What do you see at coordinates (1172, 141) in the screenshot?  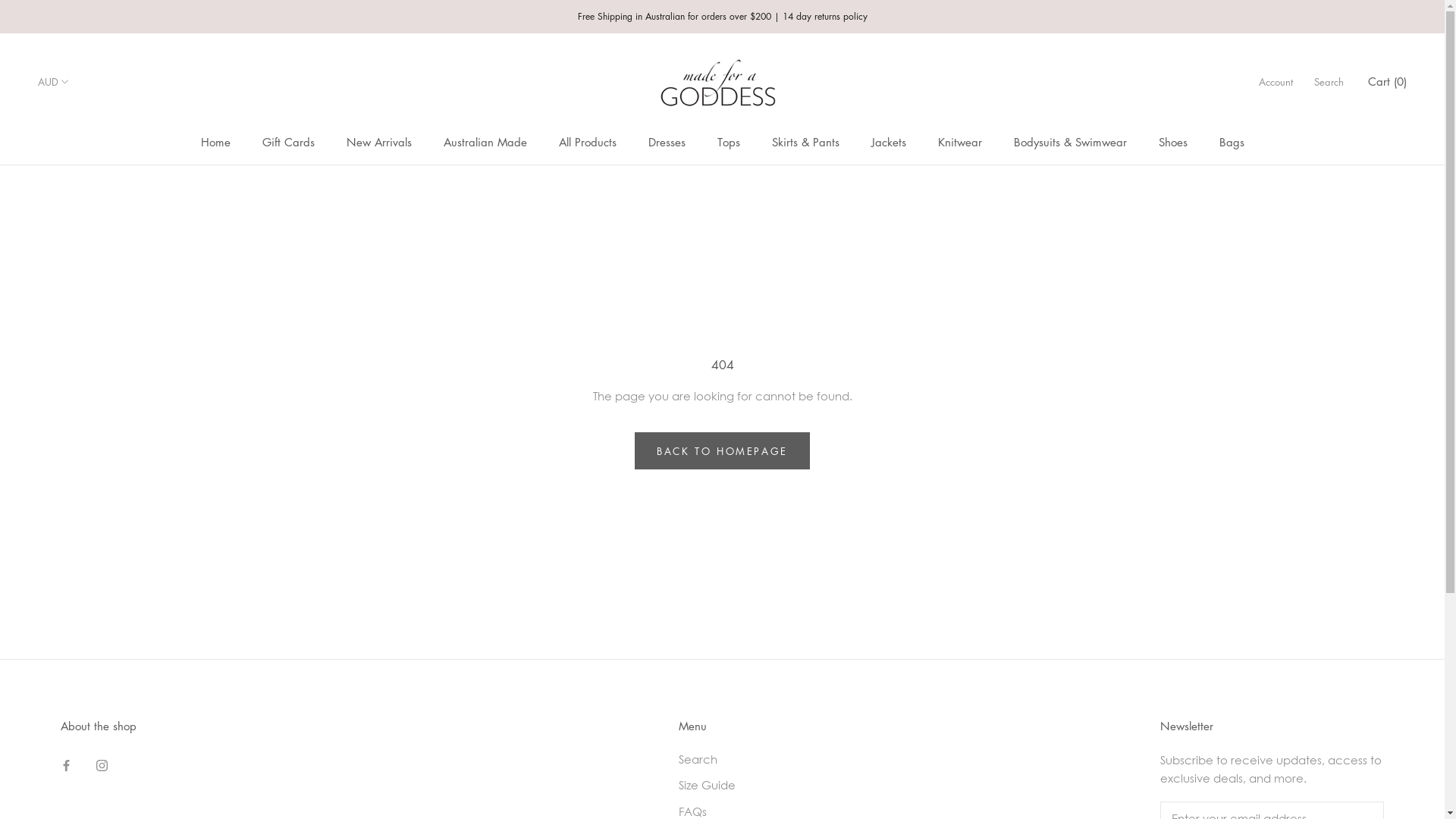 I see `'Shoes` at bounding box center [1172, 141].